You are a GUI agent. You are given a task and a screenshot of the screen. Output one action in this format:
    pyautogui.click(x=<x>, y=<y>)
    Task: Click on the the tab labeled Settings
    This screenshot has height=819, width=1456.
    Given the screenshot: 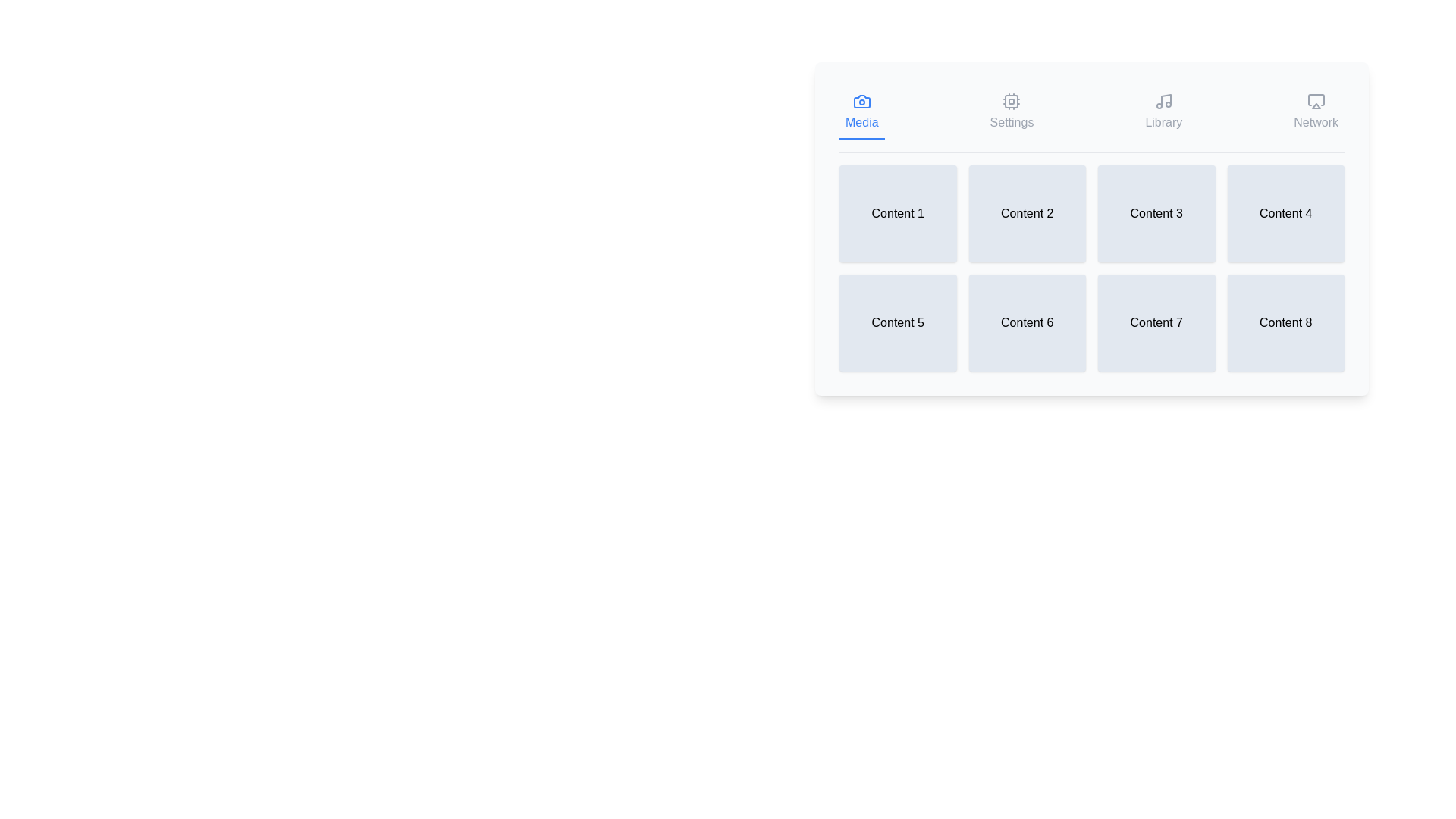 What is the action you would take?
    pyautogui.click(x=1012, y=112)
    